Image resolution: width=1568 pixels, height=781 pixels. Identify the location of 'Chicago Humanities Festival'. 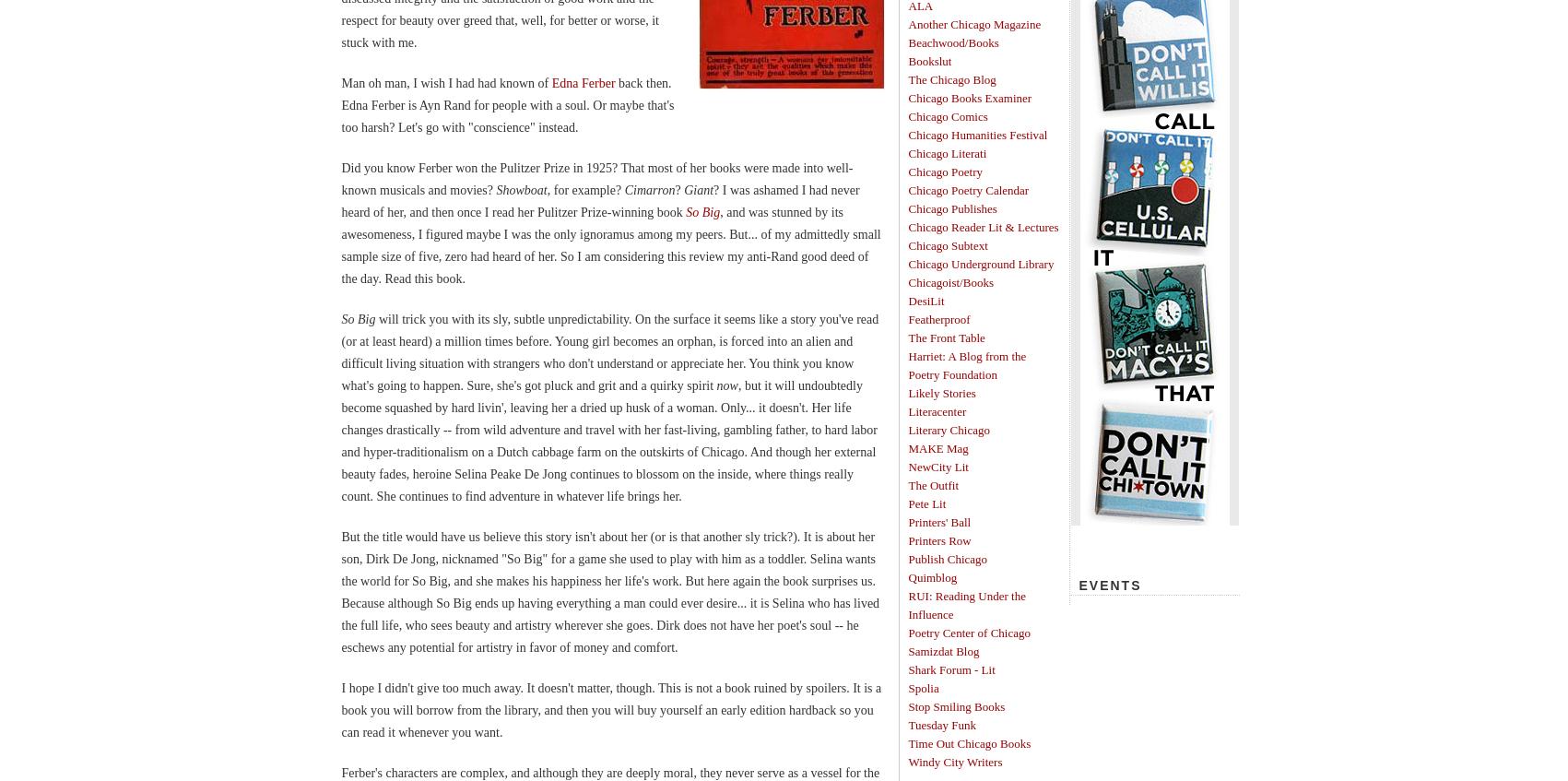
(977, 134).